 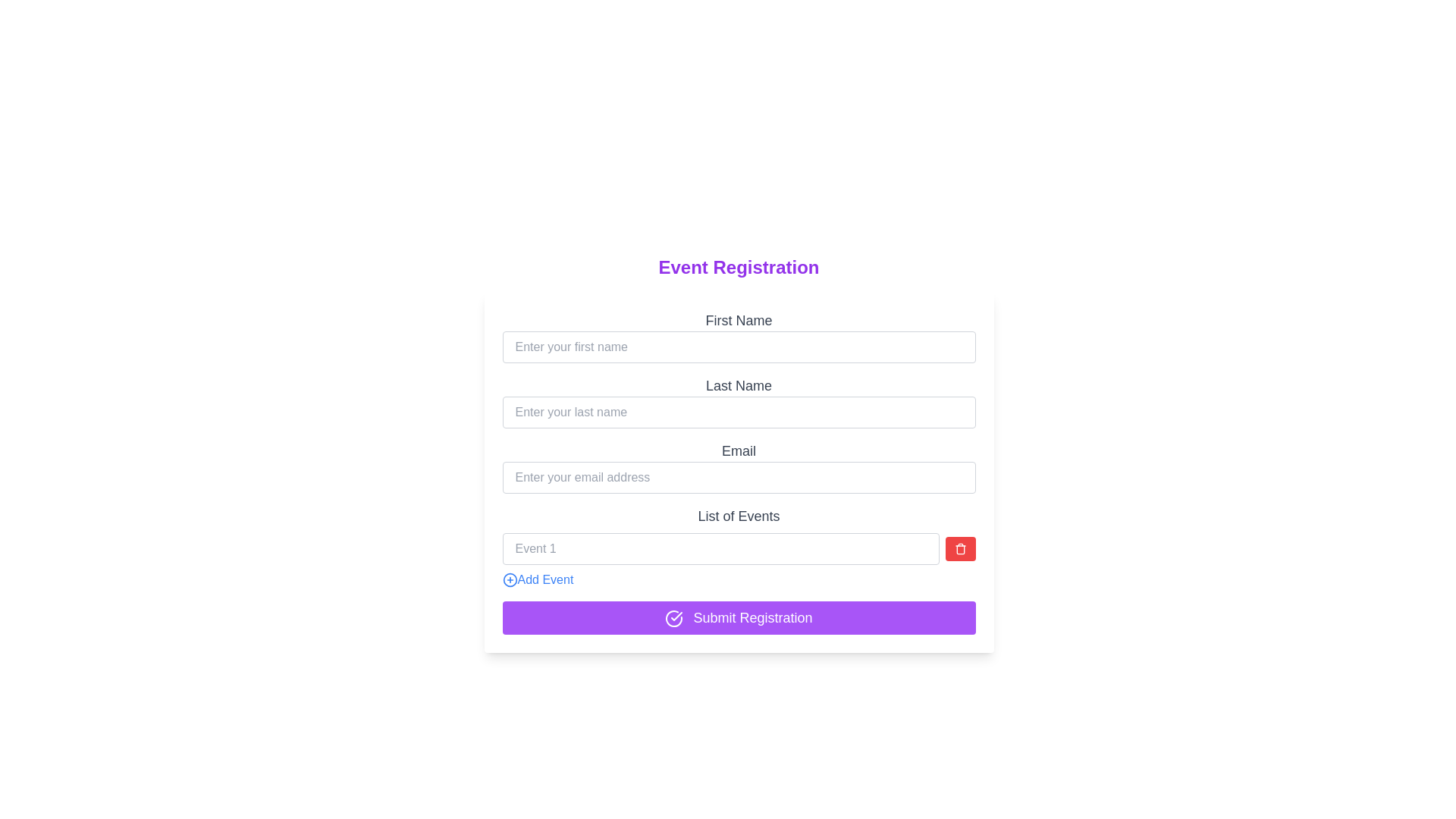 What do you see at coordinates (510, 579) in the screenshot?
I see `the circular outline icon located below the 'List of Events' text input and adjacent to the 'Add Event' label` at bounding box center [510, 579].